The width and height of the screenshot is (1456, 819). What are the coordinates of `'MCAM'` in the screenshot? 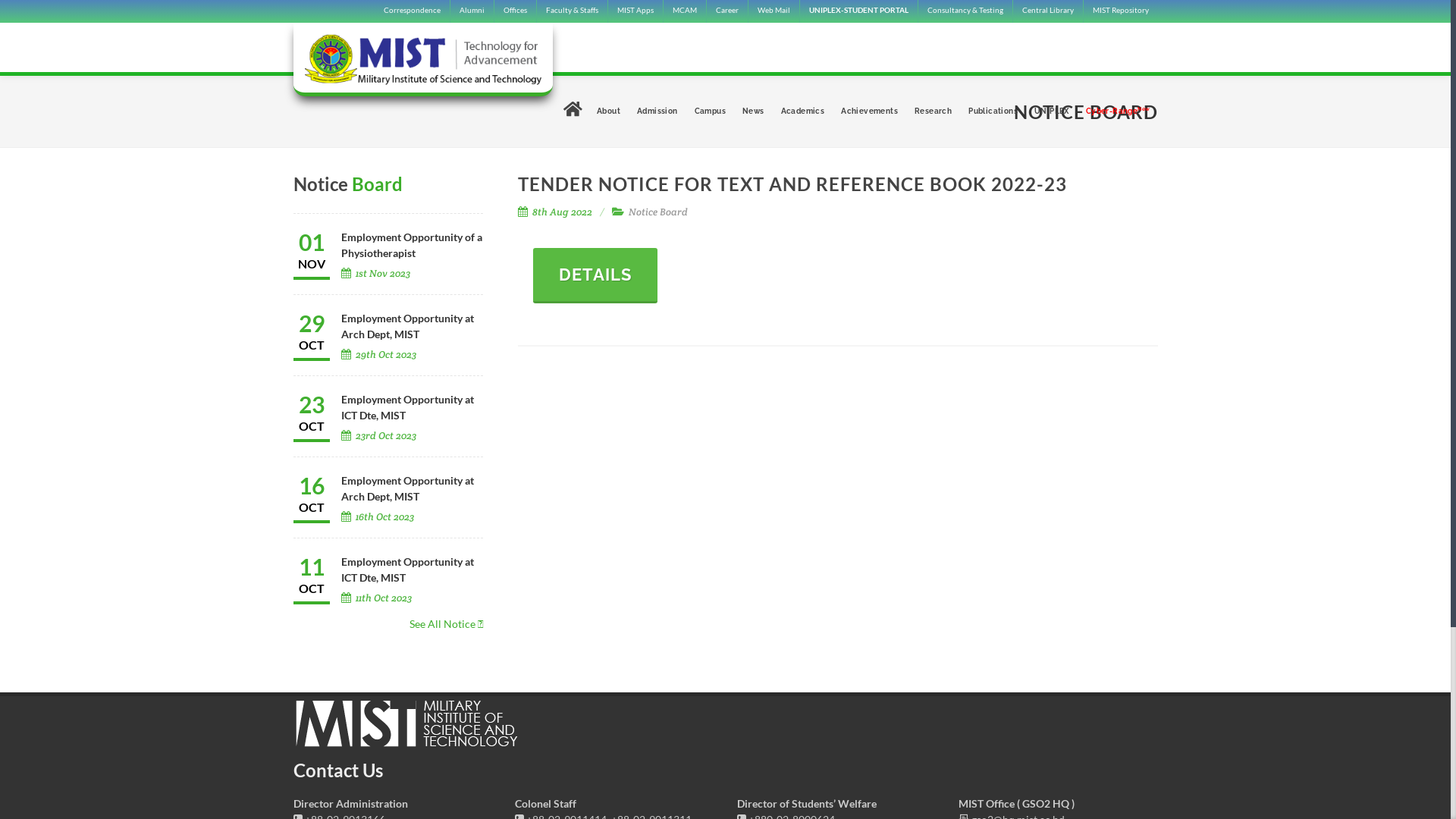 It's located at (683, 11).